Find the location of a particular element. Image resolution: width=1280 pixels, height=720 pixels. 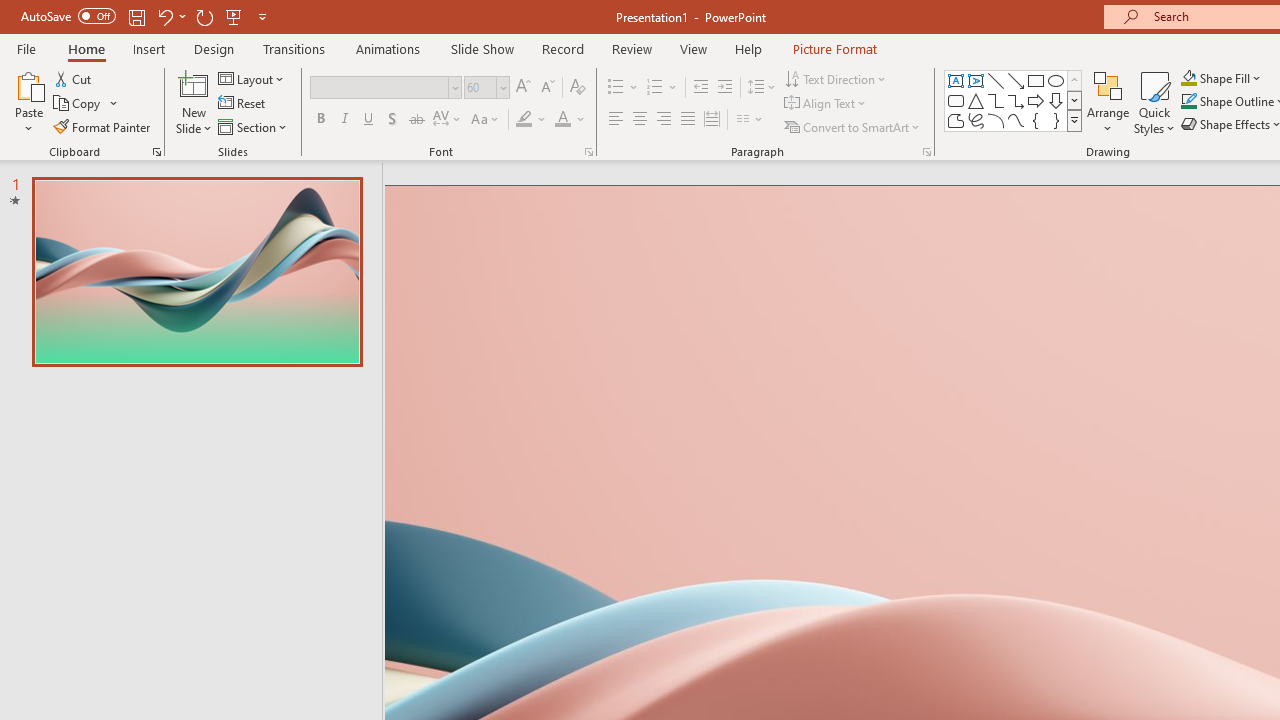

'Rectangle: Rounded Corners' is located at coordinates (955, 100).